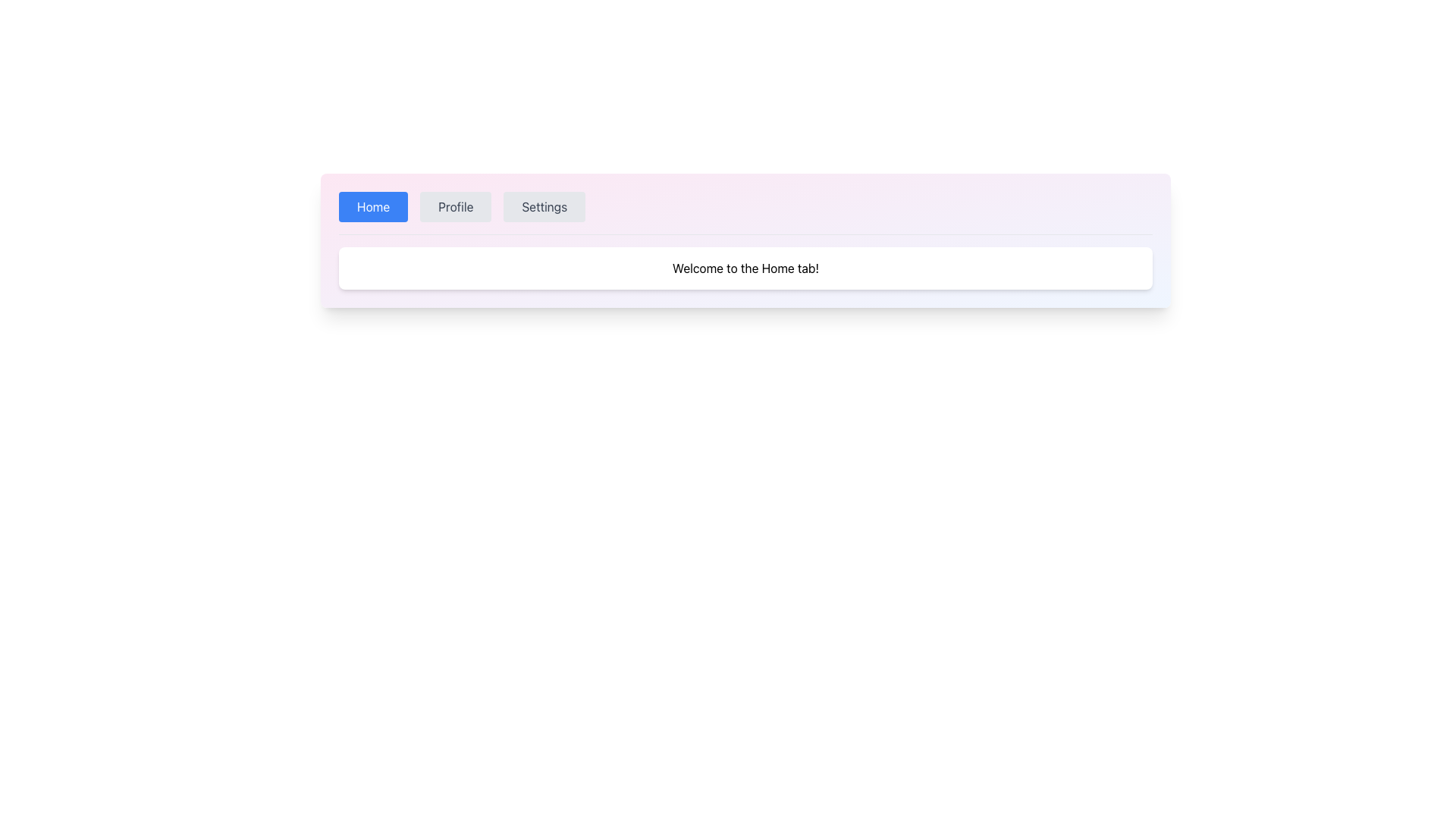 The image size is (1456, 819). What do you see at coordinates (455, 207) in the screenshot?
I see `the 'Profile' button in the navigation bar` at bounding box center [455, 207].